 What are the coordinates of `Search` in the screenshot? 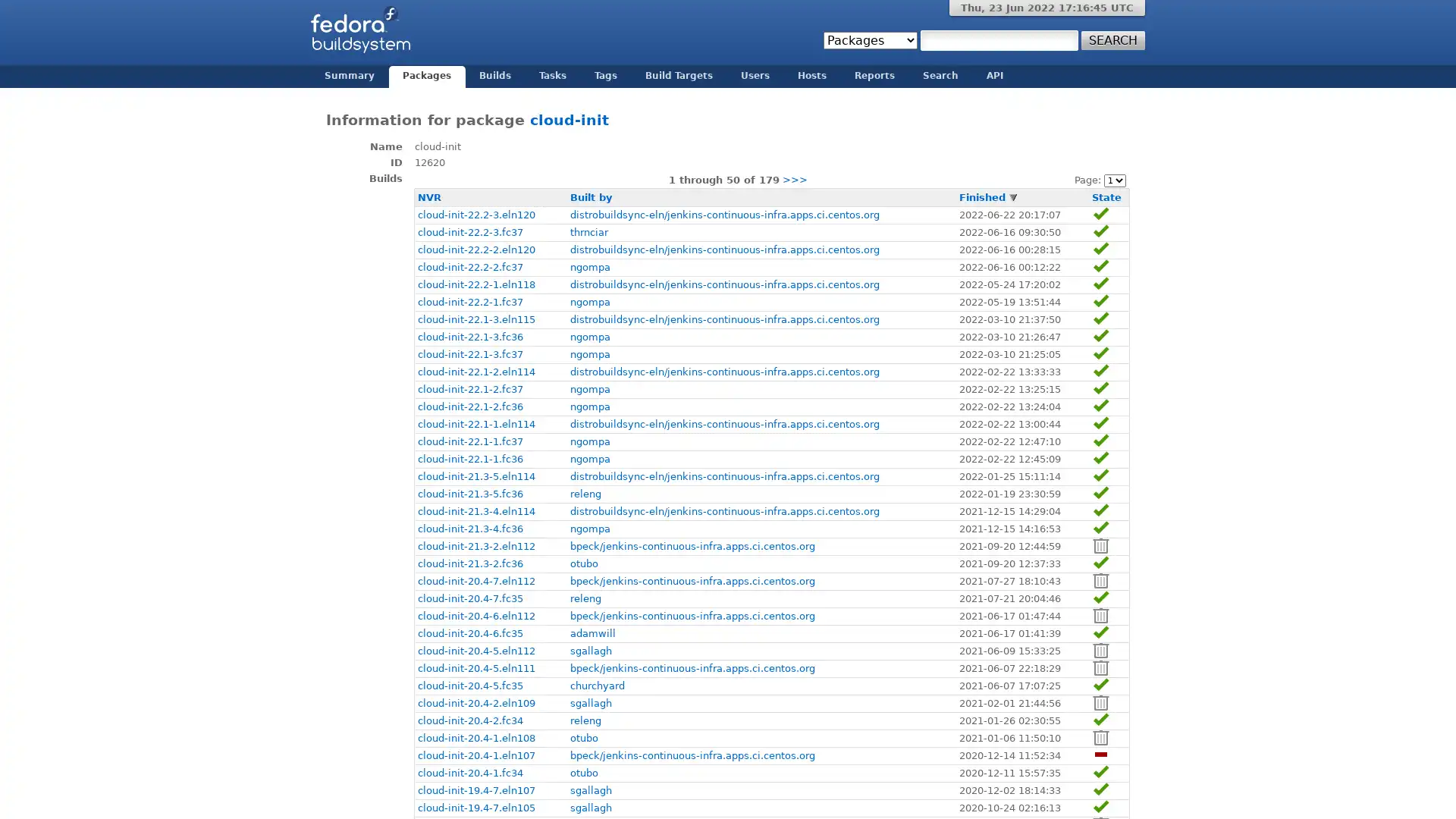 It's located at (1113, 39).